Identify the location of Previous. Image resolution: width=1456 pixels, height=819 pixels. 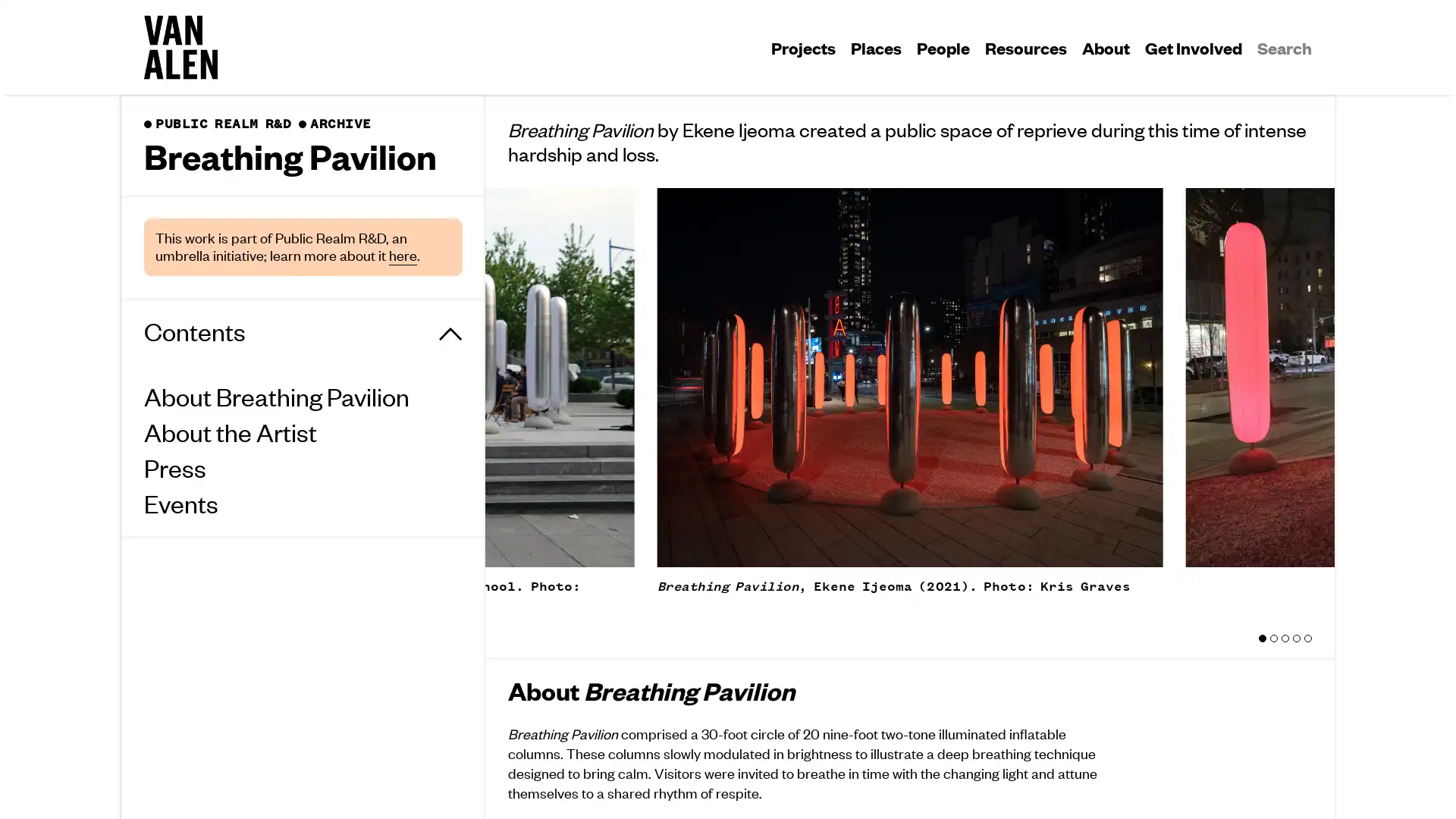
(463, 410).